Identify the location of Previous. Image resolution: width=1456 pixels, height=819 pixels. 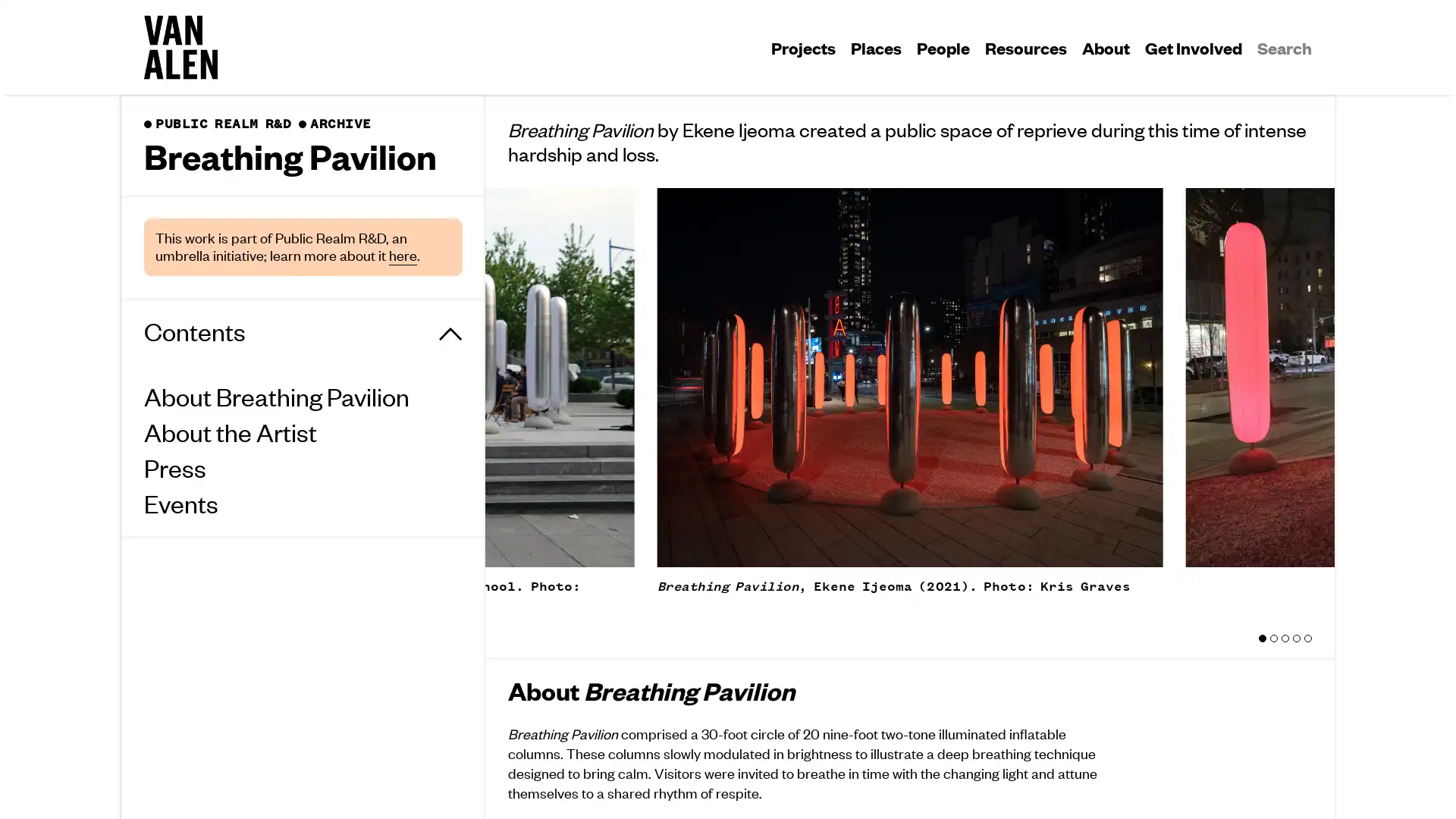
(463, 410).